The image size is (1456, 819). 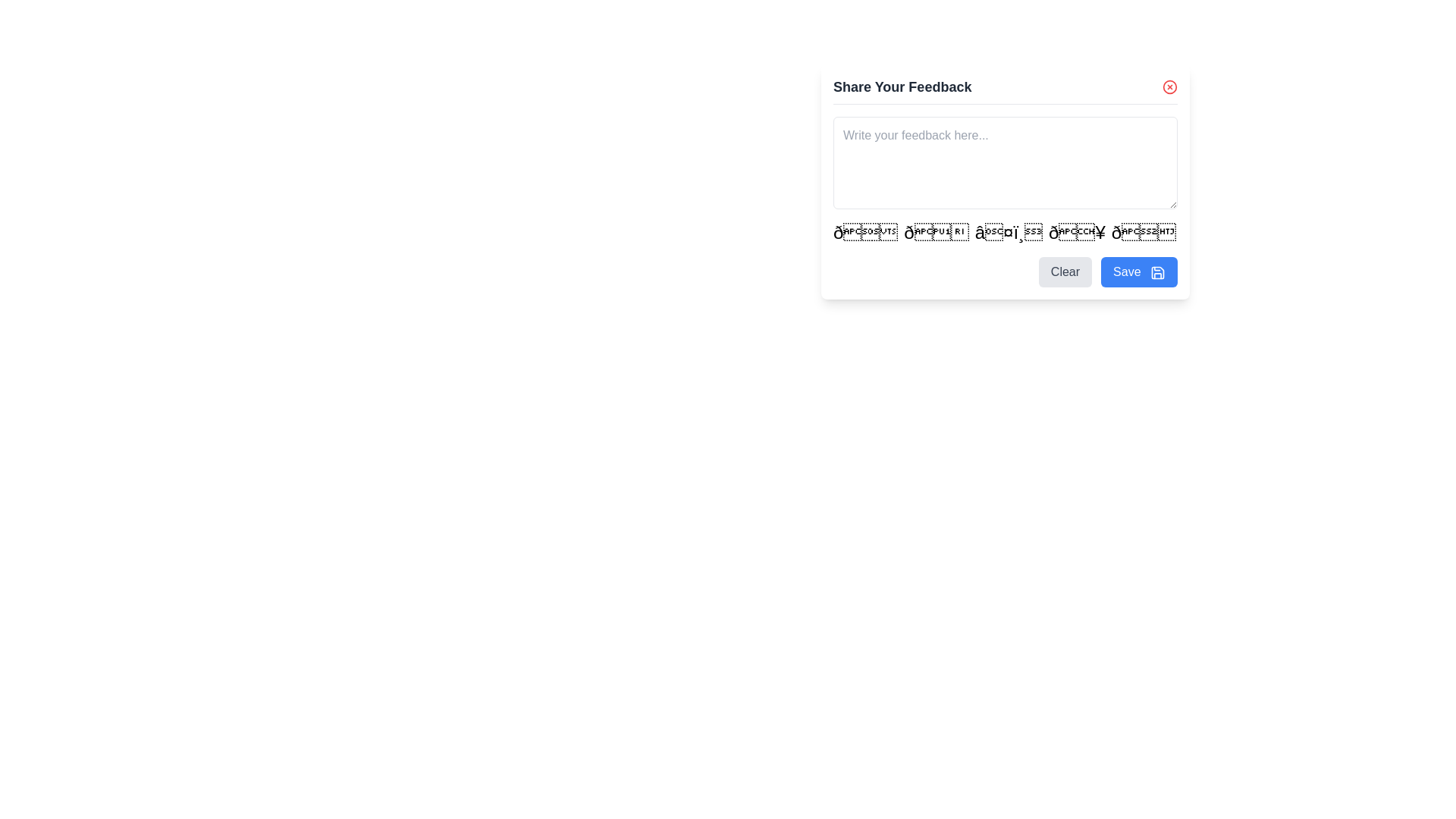 I want to click on the save button icon, which is a graphical icon styled as a save button within a rectangular blue button labeled 'Save', located to the right of the text label, so click(x=1156, y=271).